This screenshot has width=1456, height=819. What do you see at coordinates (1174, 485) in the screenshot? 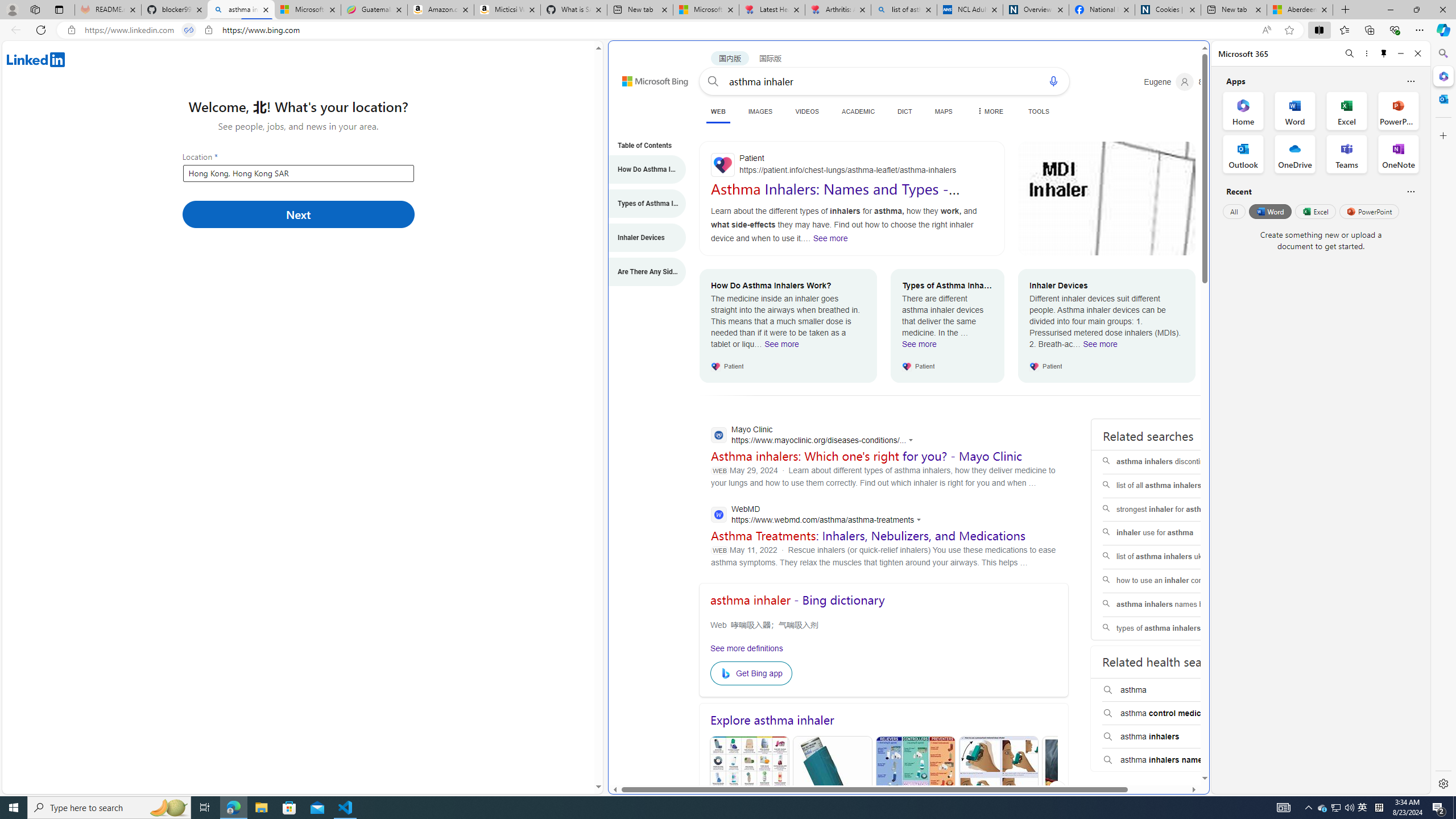
I see `'list of all asthma inhalers'` at bounding box center [1174, 485].